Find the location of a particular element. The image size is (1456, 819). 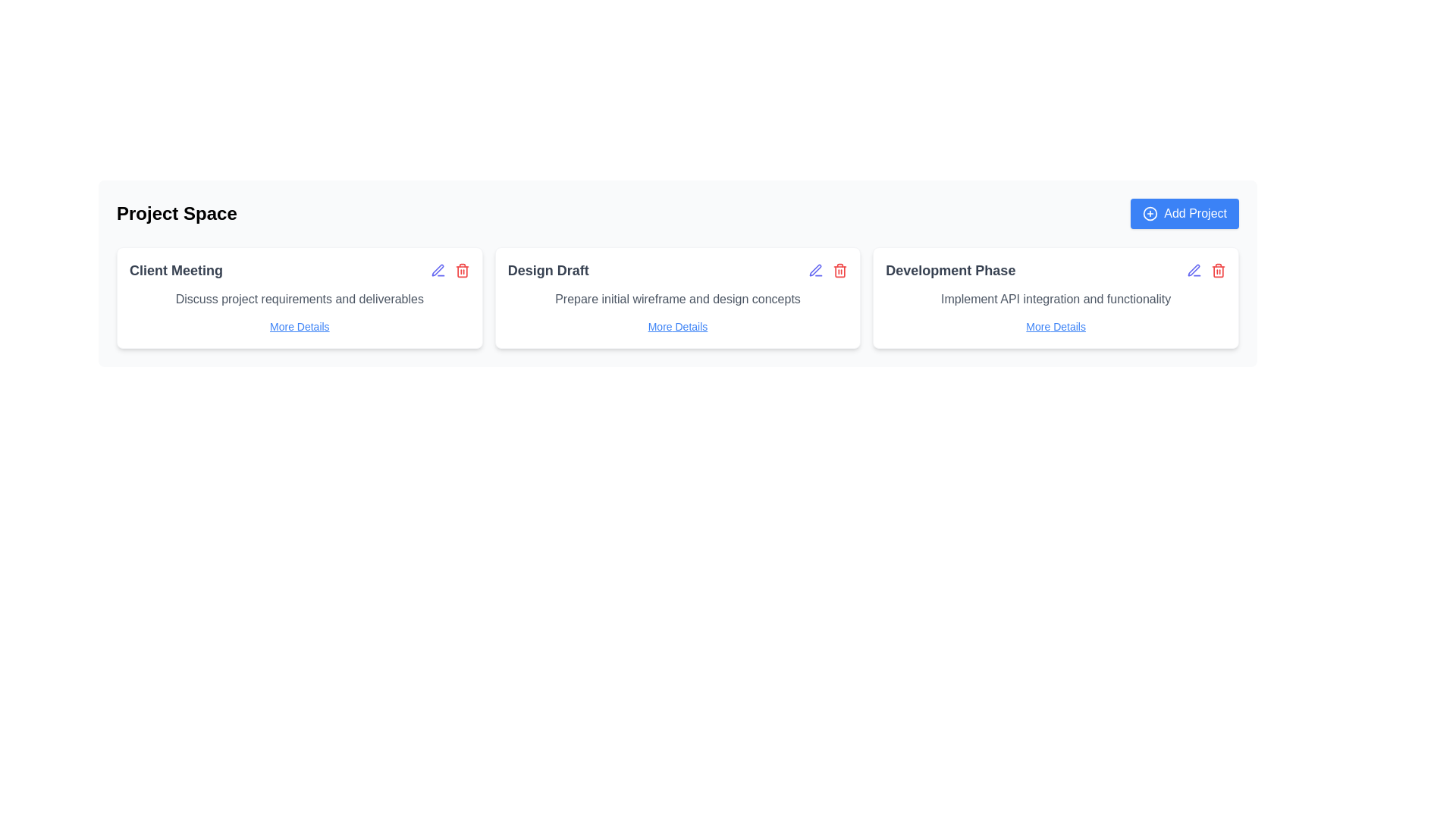

the decorative vector element located within the circular icon of the 'Add Project' button at the top-right corner of the interface is located at coordinates (1150, 213).